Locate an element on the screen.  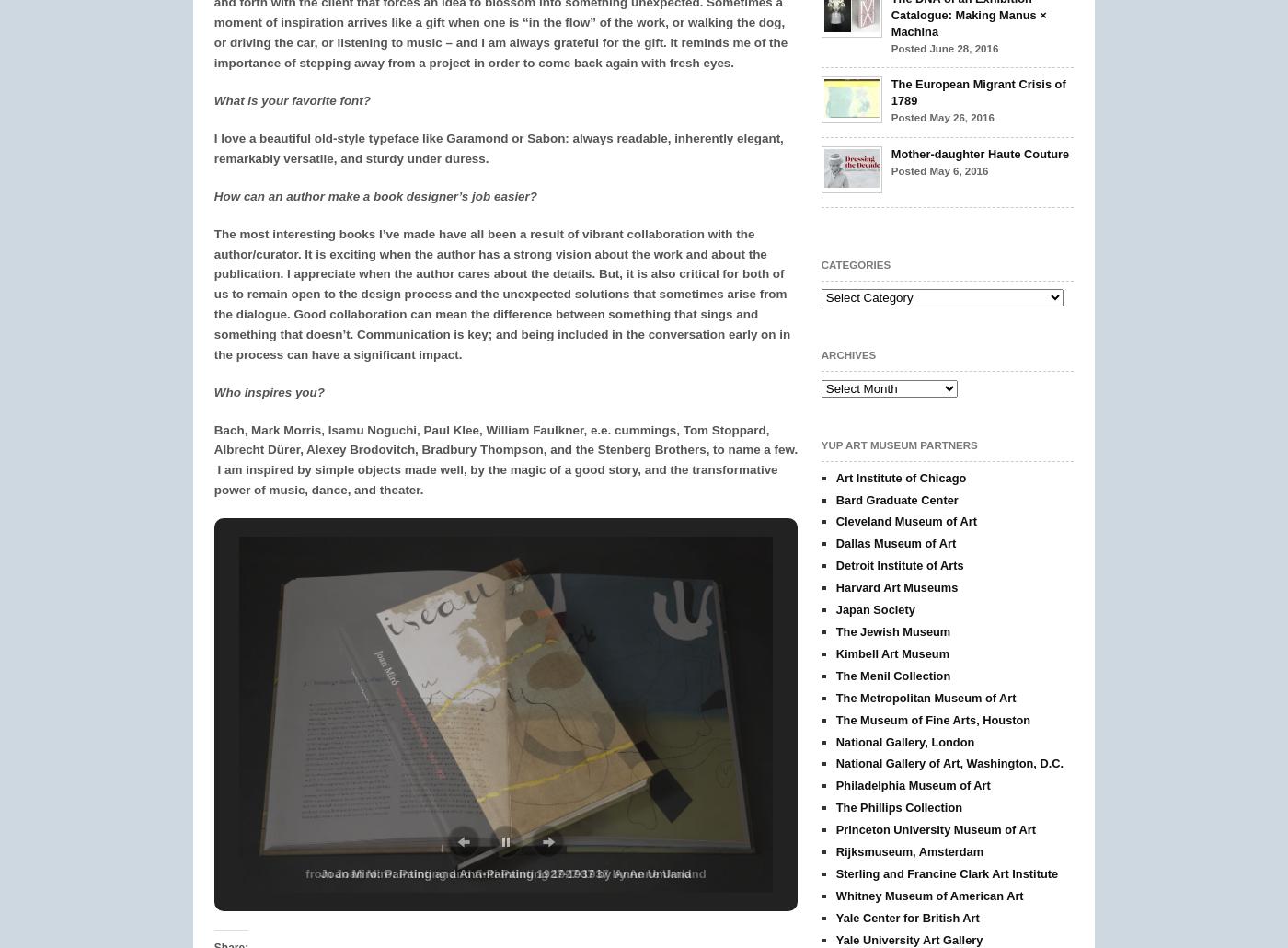
'From the Designer’s Desk' is located at coordinates (1050, 44).